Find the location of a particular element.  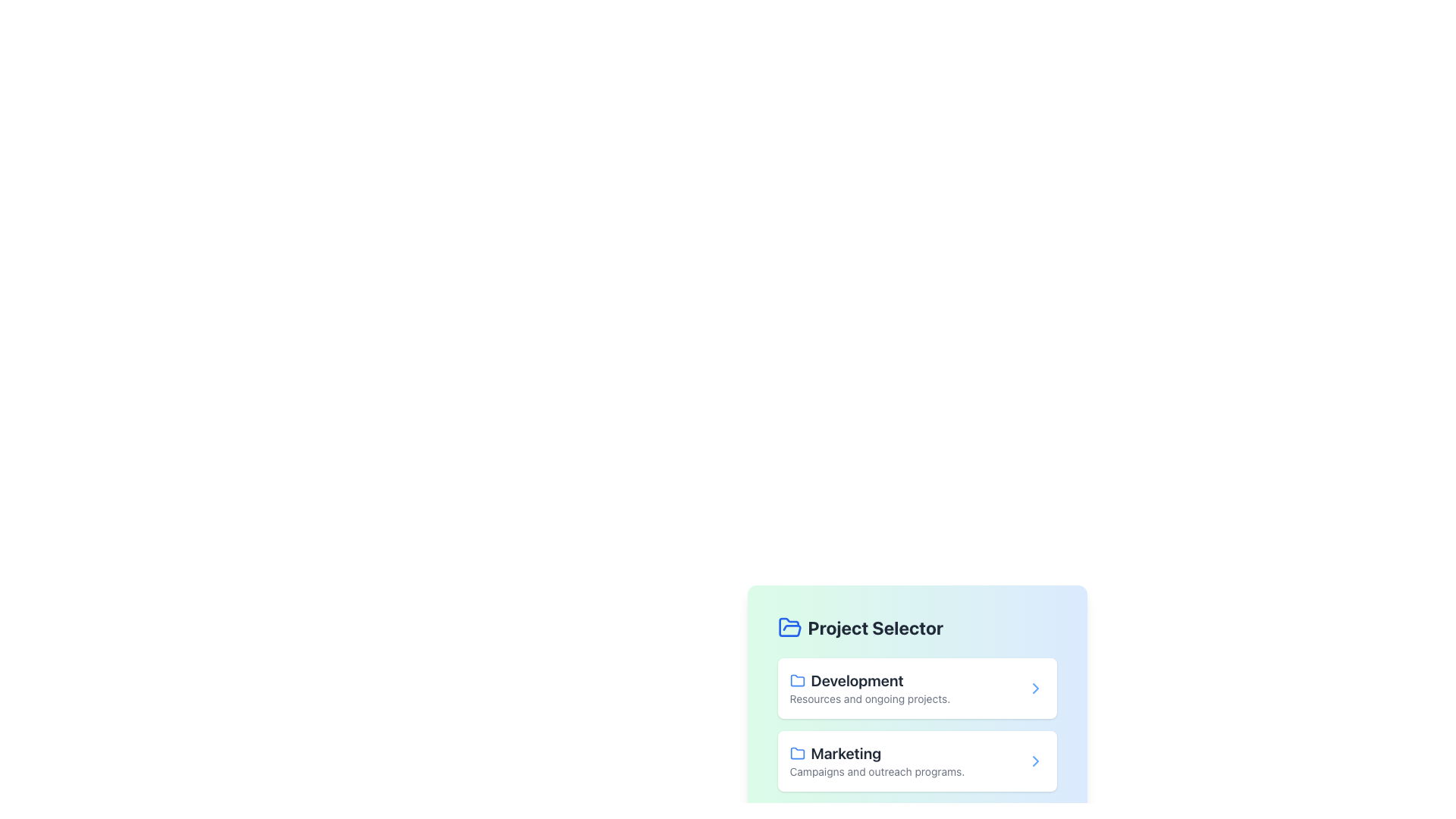

the stylized folder icon with a blue outline located to the left of the 'Project Selector' text at the top of the card interface is located at coordinates (796, 679).